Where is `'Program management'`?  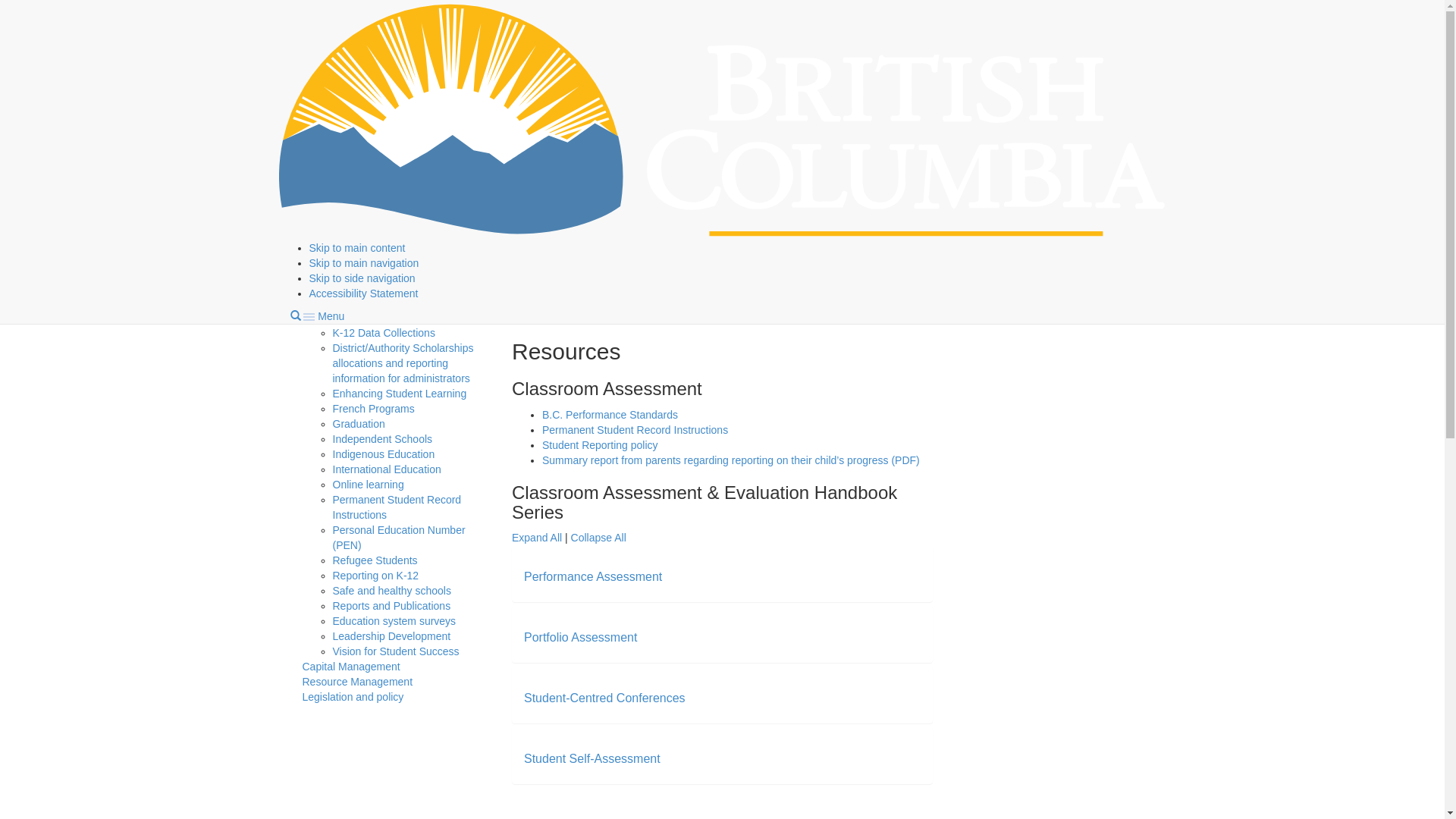
'Program management' is located at coordinates (741, 14).